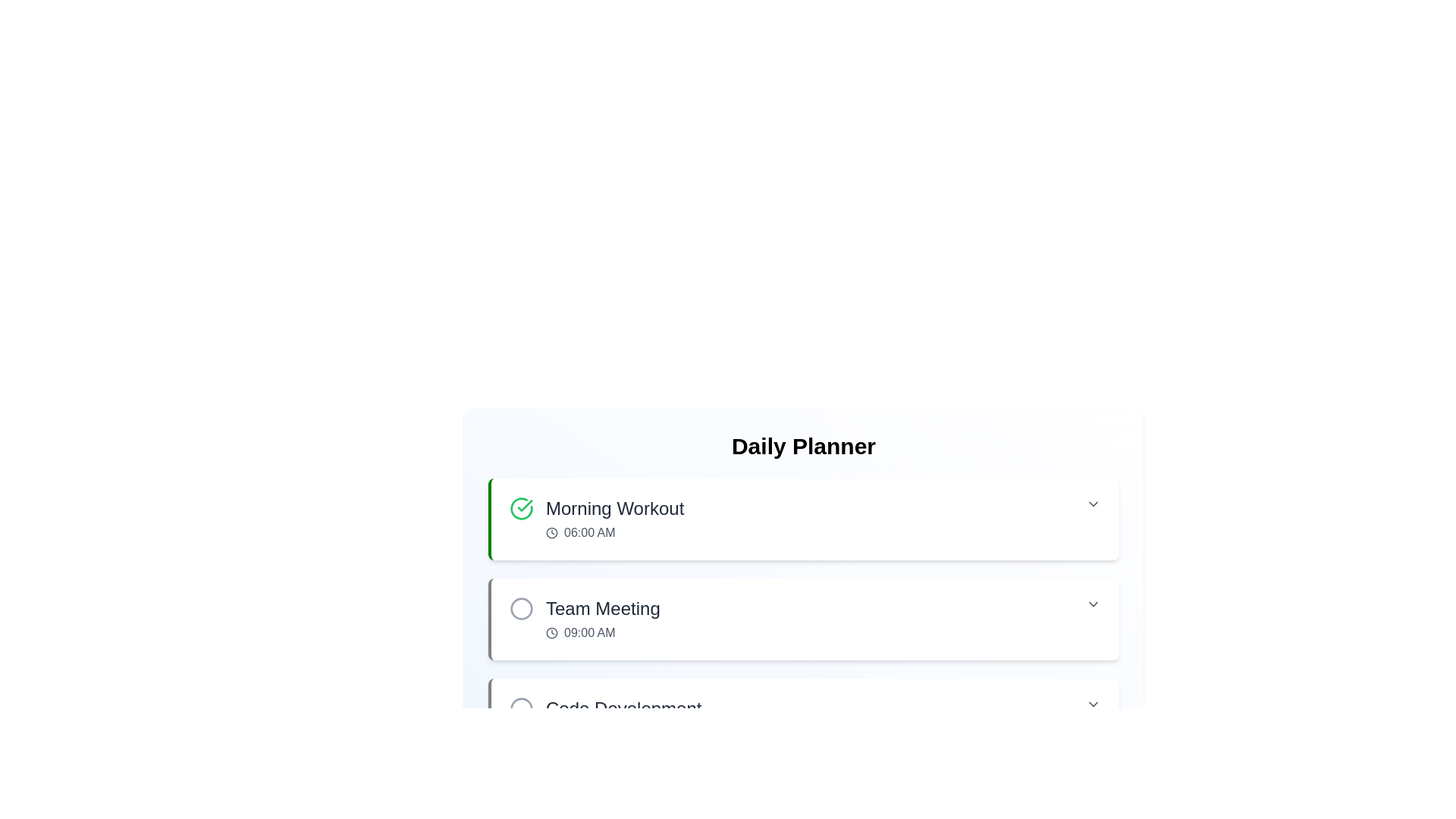  I want to click on the timing indicator icon located to the left of the '09:00 AM' time text in the 'Team Meeting' schedule row, which visually represents timing-related details, so click(551, 632).